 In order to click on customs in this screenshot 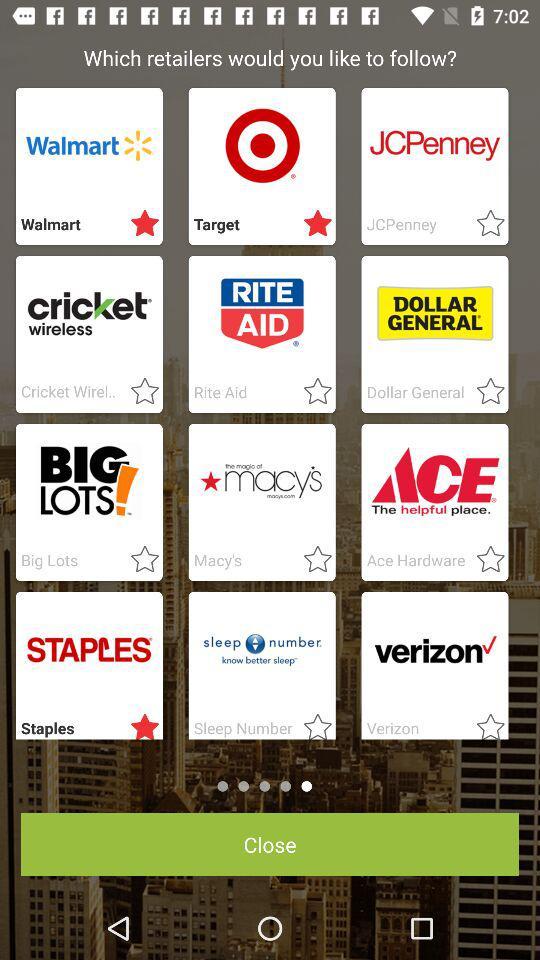, I will do `click(138, 391)`.